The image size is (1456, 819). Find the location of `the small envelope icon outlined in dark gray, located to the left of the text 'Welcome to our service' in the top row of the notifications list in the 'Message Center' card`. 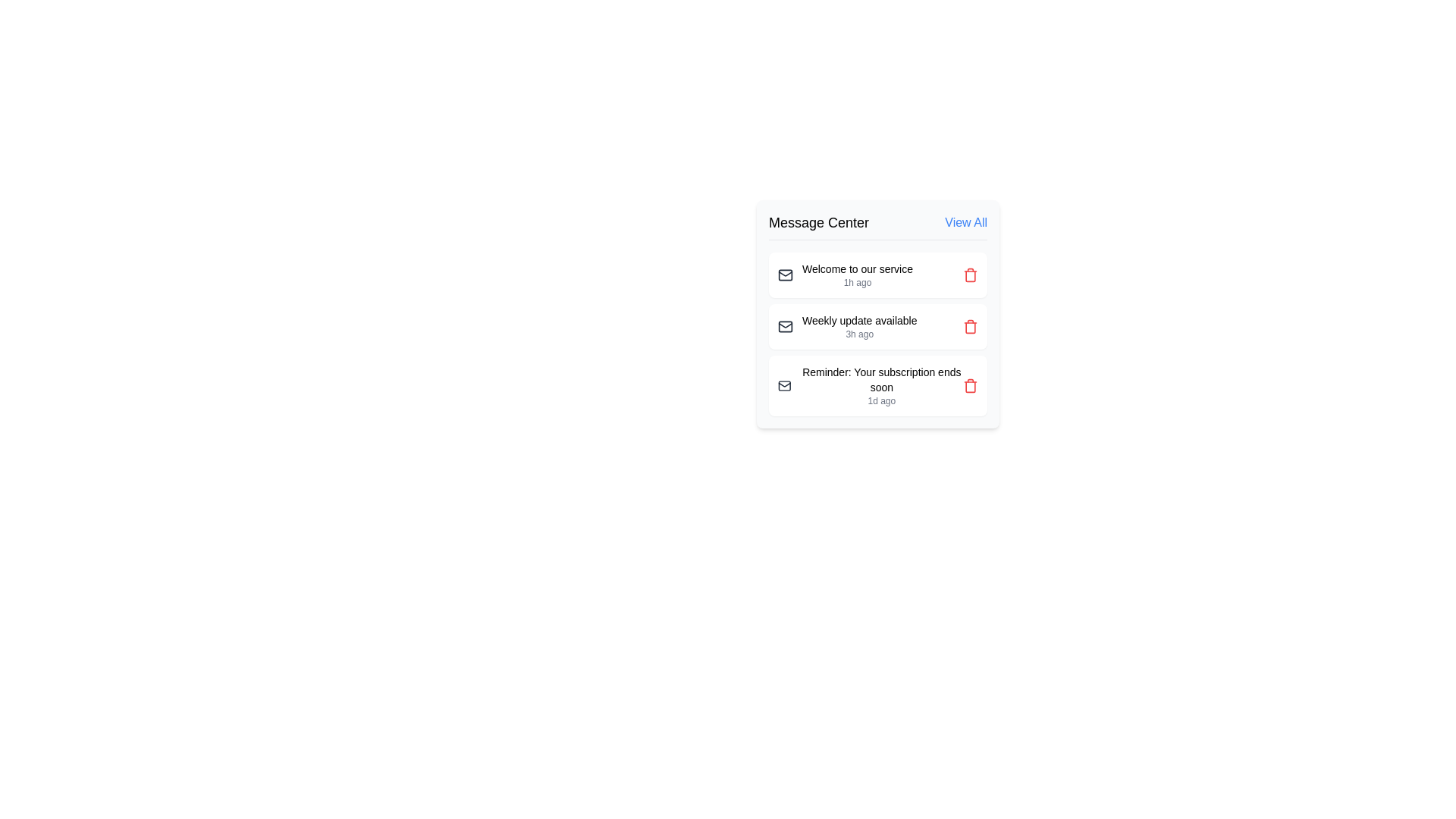

the small envelope icon outlined in dark gray, located to the left of the text 'Welcome to our service' in the top row of the notifications list in the 'Message Center' card is located at coordinates (786, 275).